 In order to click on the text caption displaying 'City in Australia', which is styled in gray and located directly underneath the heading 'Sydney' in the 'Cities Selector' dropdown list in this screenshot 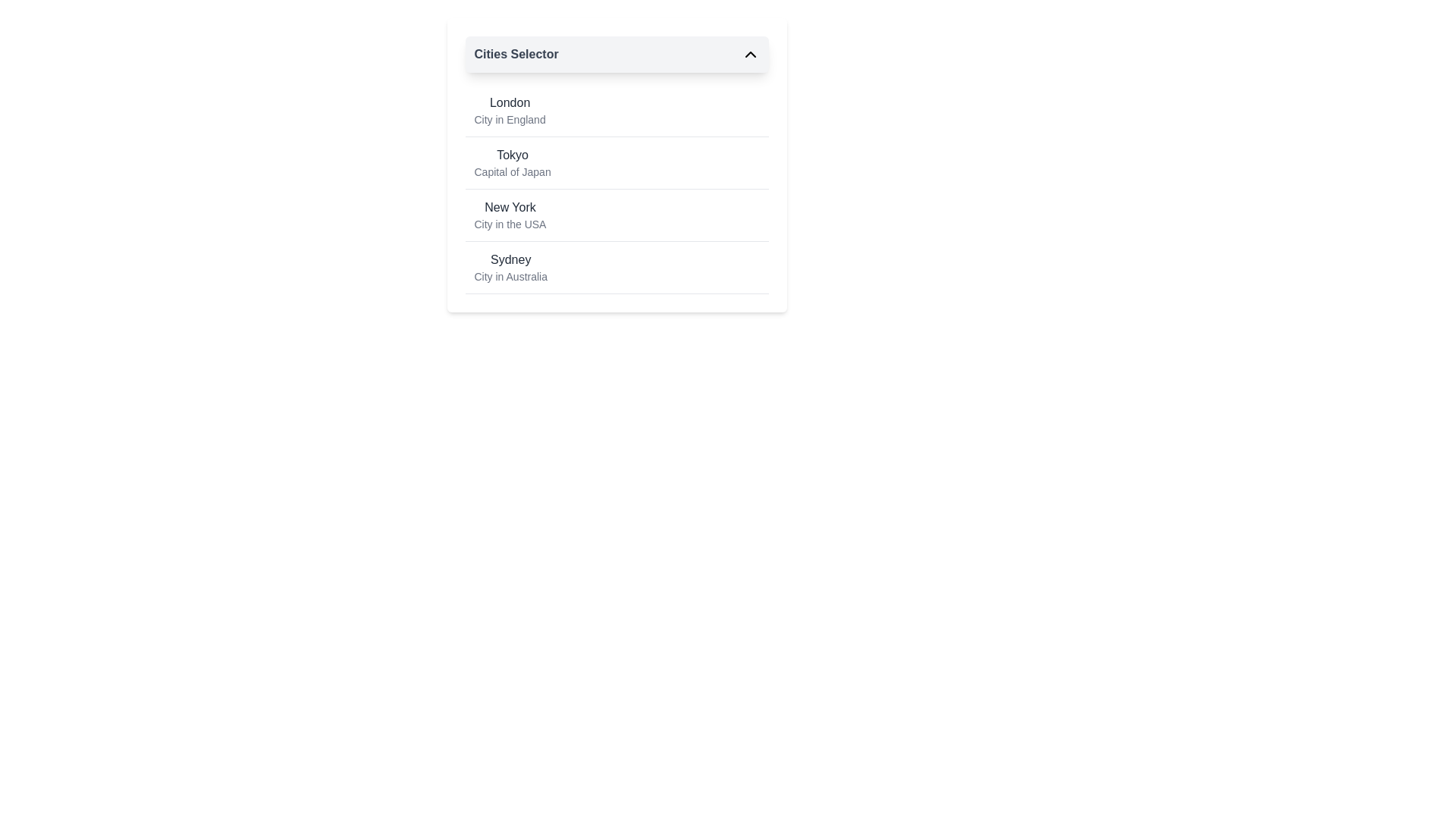, I will do `click(510, 277)`.